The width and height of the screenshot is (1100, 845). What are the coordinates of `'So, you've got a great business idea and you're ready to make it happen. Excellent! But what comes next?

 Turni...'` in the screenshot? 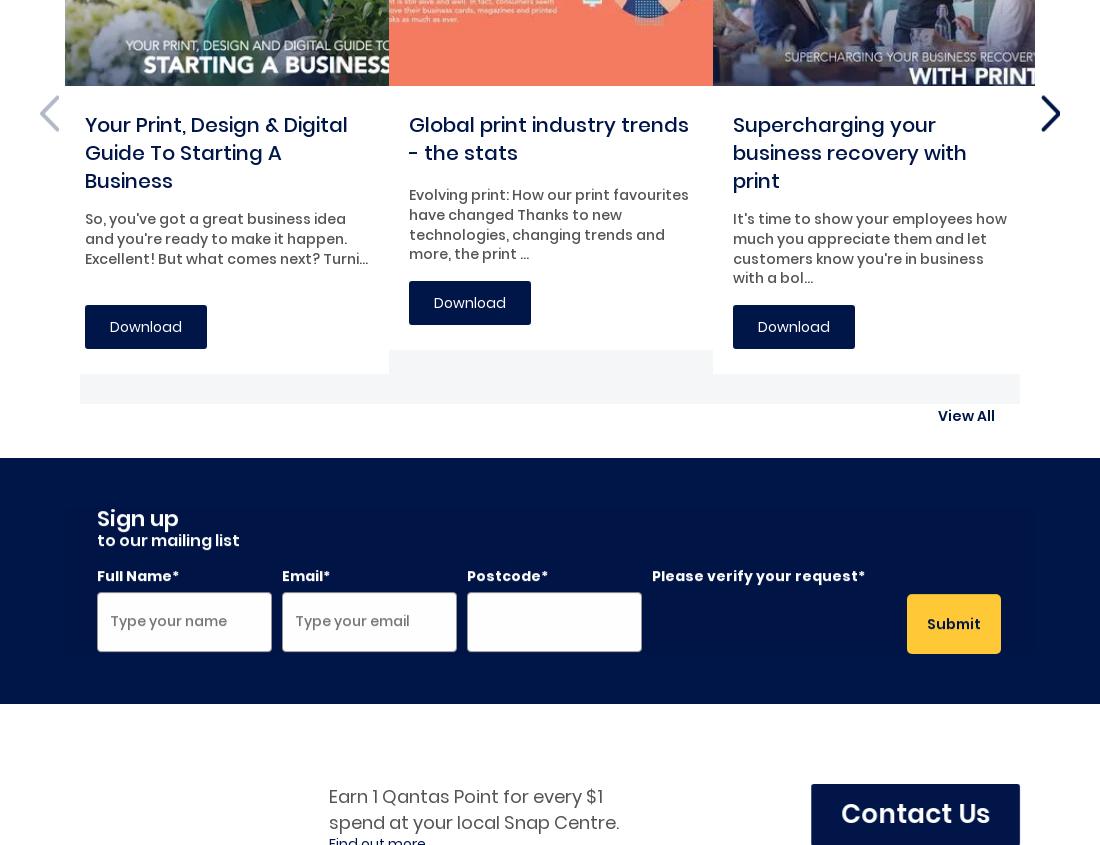 It's located at (226, 237).